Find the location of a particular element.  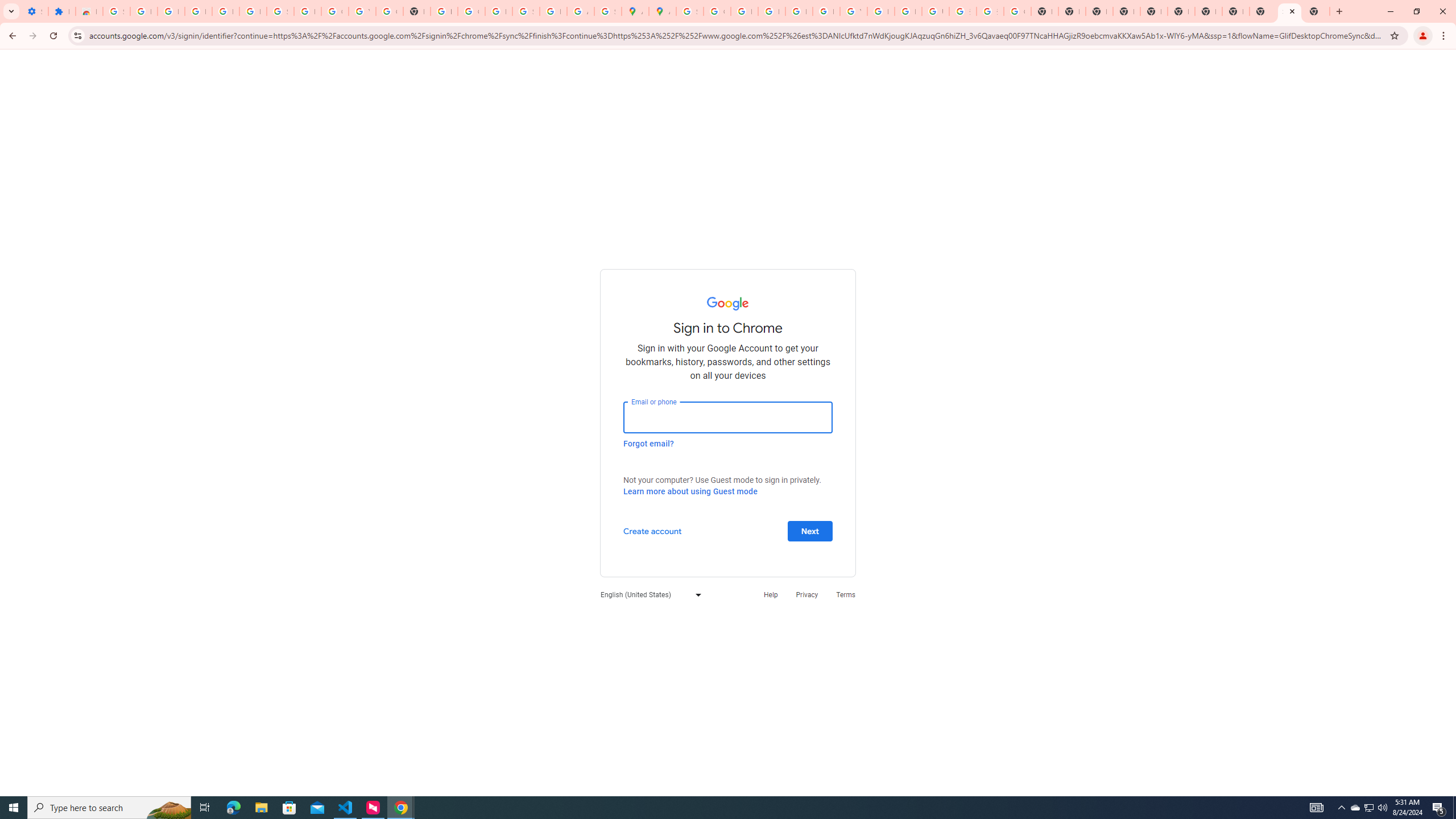

'Reviews: Helix Fruit Jump Arcade Game' is located at coordinates (88, 11).